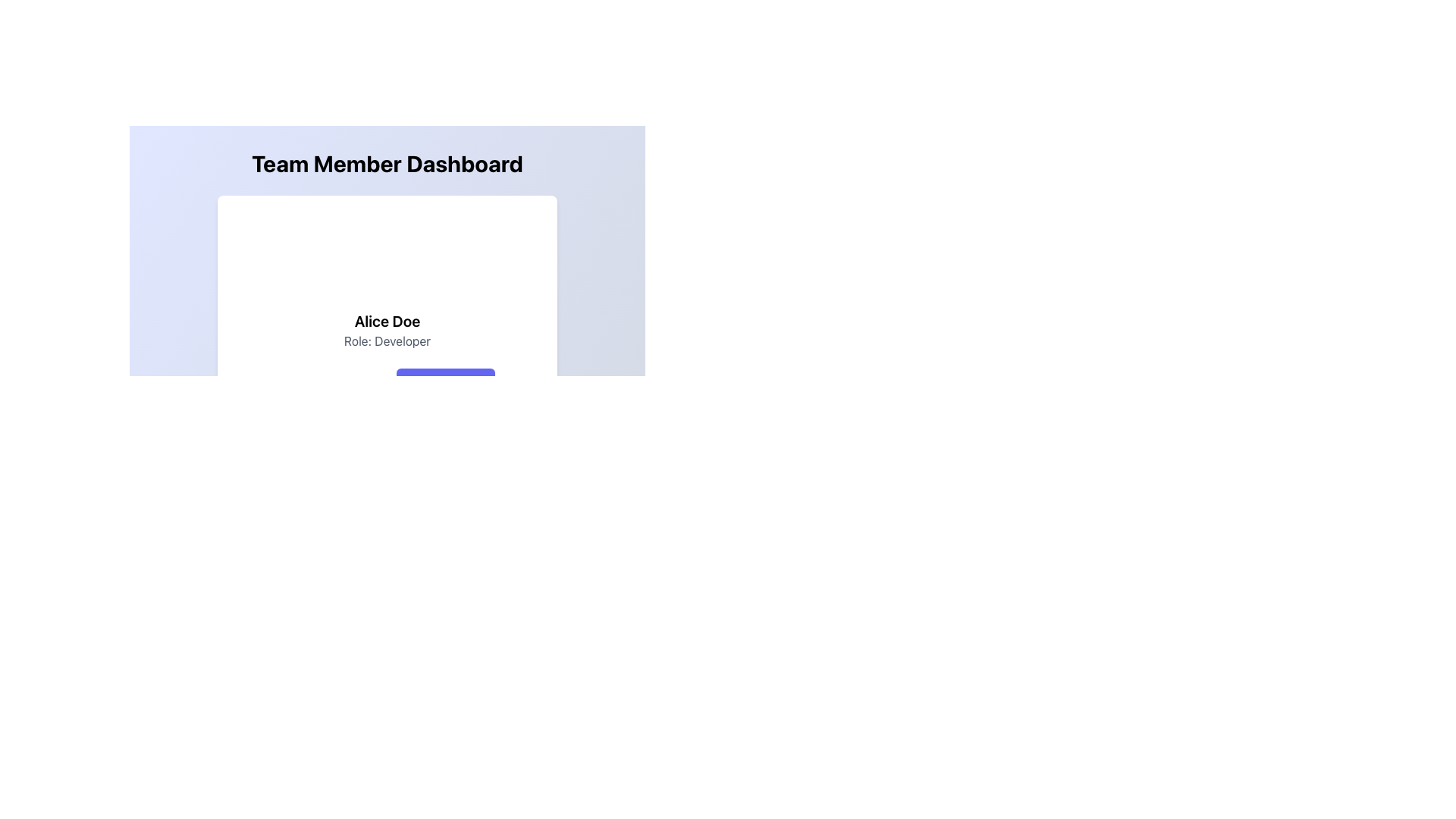 This screenshot has width=1456, height=819. Describe the element at coordinates (387, 321) in the screenshot. I see `the text label 'Alice Doe'` at that location.